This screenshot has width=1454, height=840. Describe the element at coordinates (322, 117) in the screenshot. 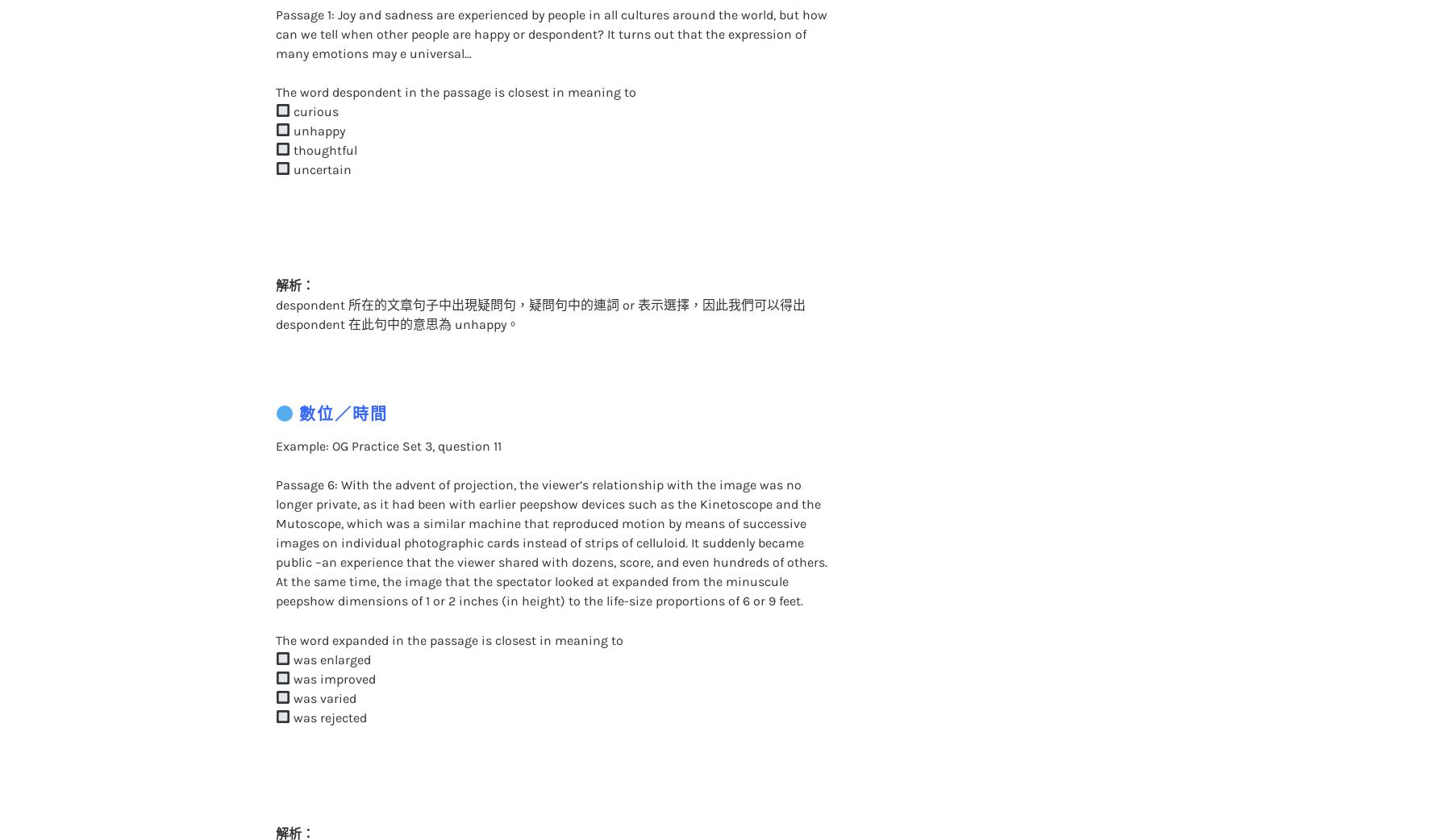

I see `'thoughtful'` at that location.